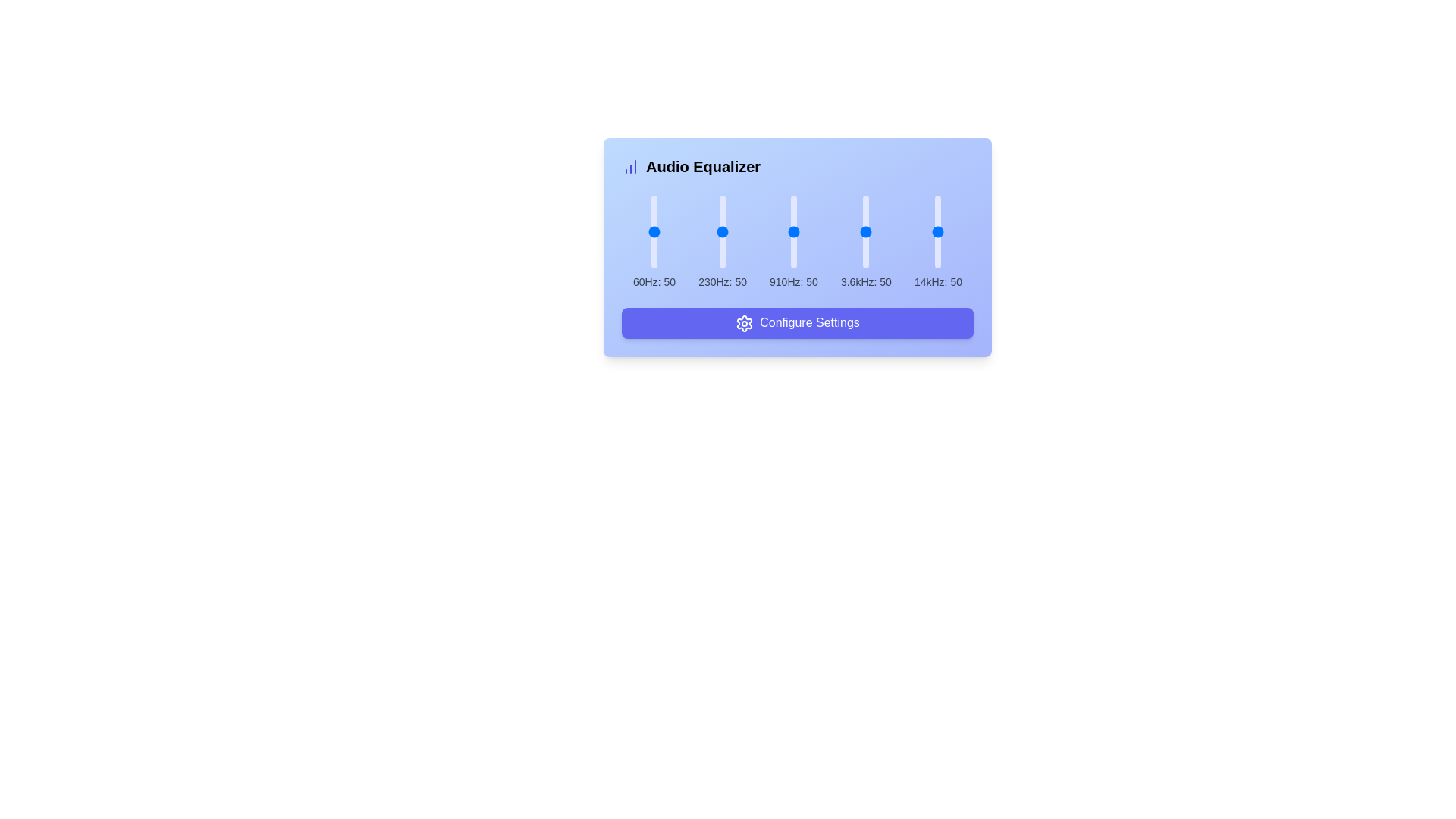 The width and height of the screenshot is (1456, 819). Describe the element at coordinates (866, 281) in the screenshot. I see `information displayed in the text label that shows '3.6kHz: 50', positioned below the vertical slider in the audio equalizer interface` at that location.